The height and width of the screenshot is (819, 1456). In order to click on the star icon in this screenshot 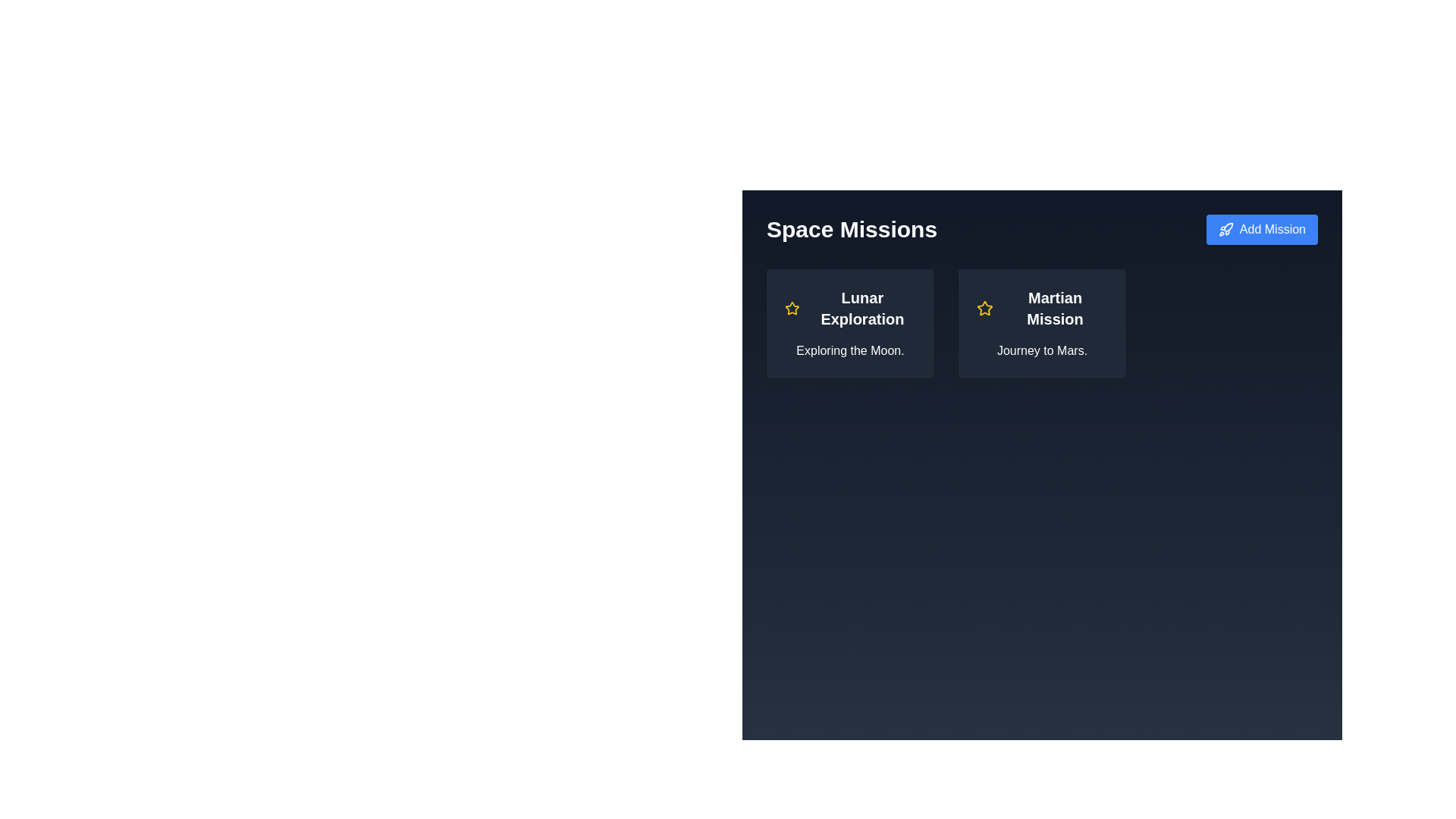, I will do `click(985, 308)`.